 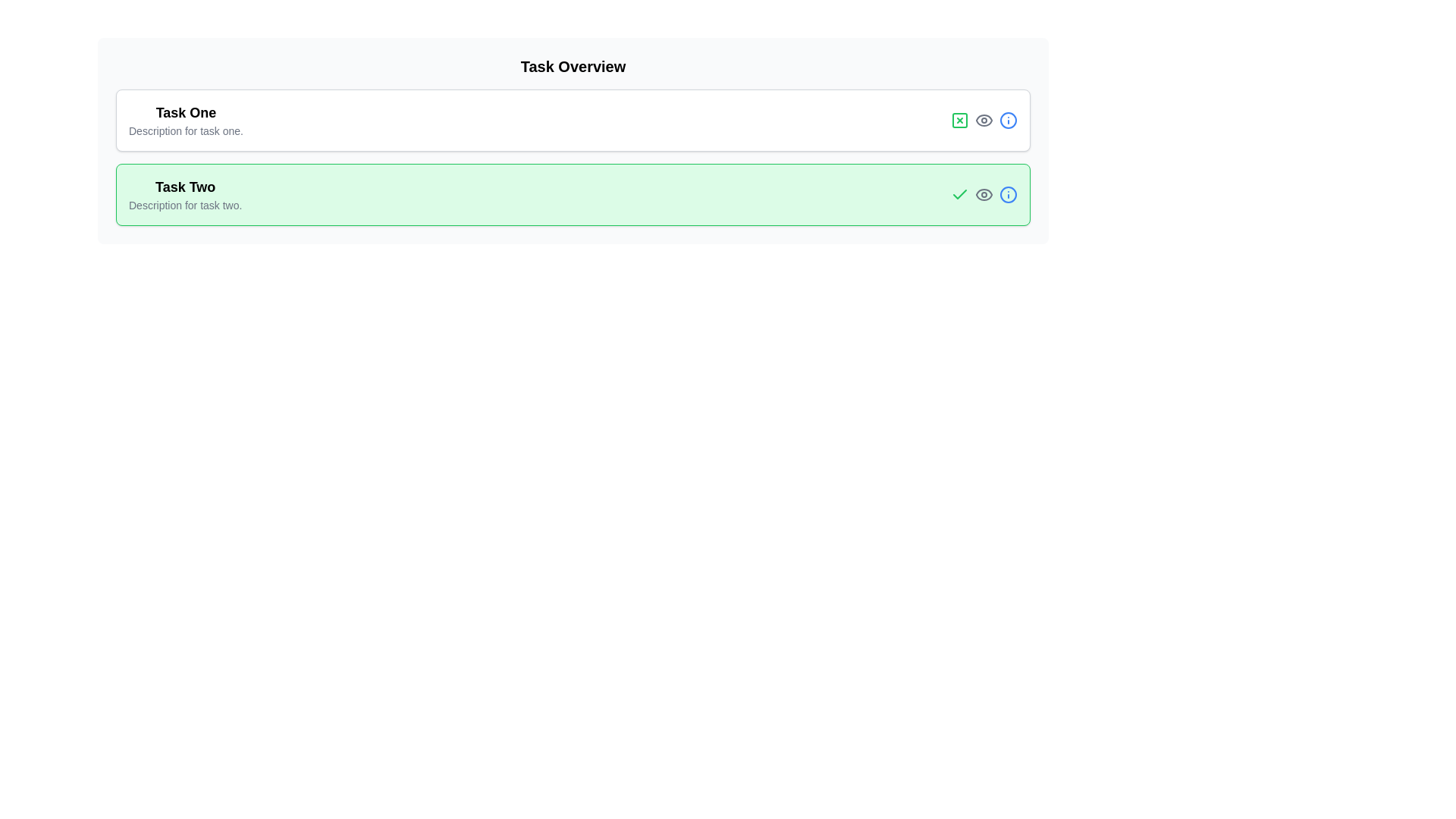 I want to click on the blue information icon, which is part of a group of interactive icons in the bottom-right corner of the 'Task Two' section, so click(x=984, y=194).